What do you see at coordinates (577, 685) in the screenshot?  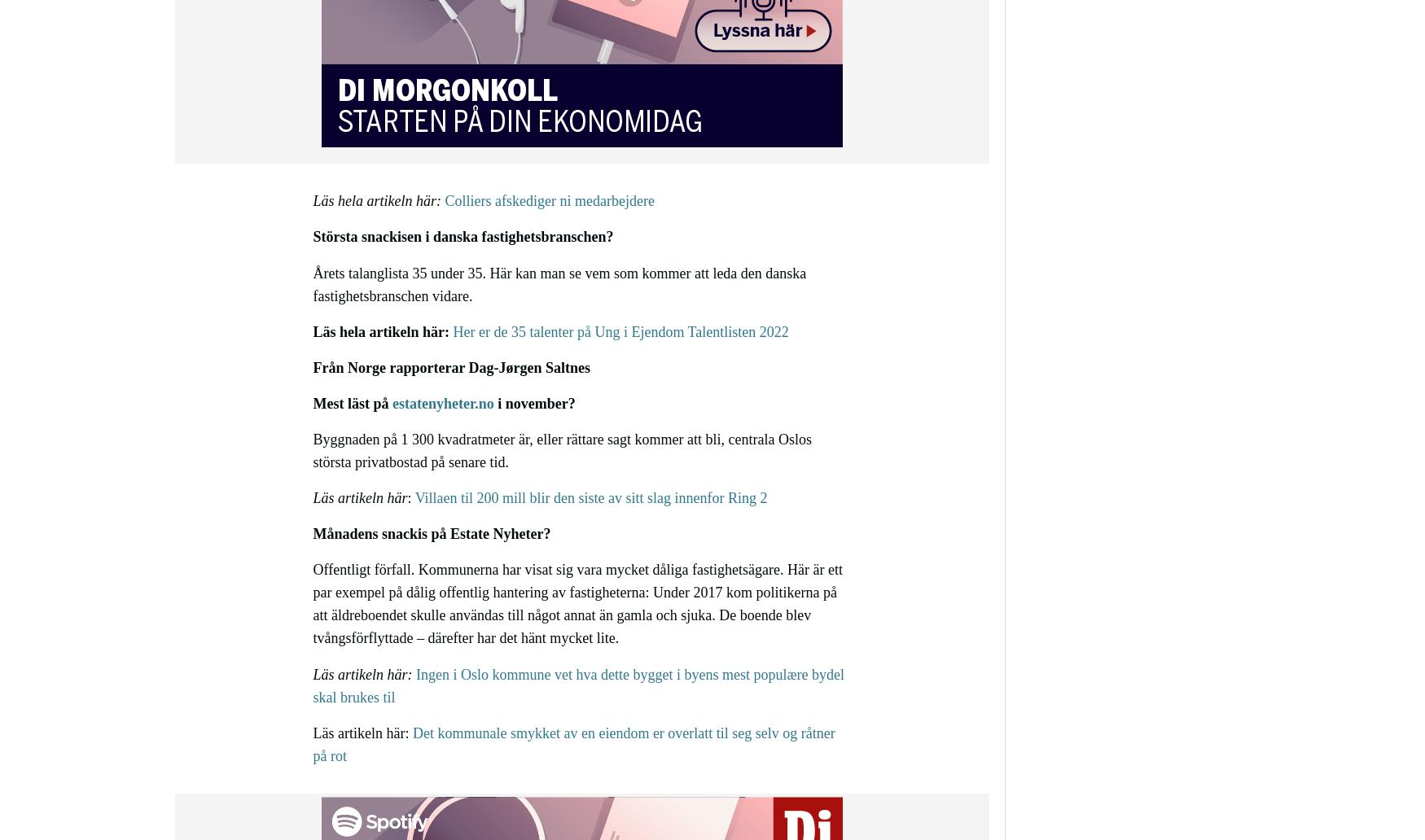 I see `'Ingen i Oslo kommune vet hva dette bygget i byens mest populære bydel skal brukes til'` at bounding box center [577, 685].